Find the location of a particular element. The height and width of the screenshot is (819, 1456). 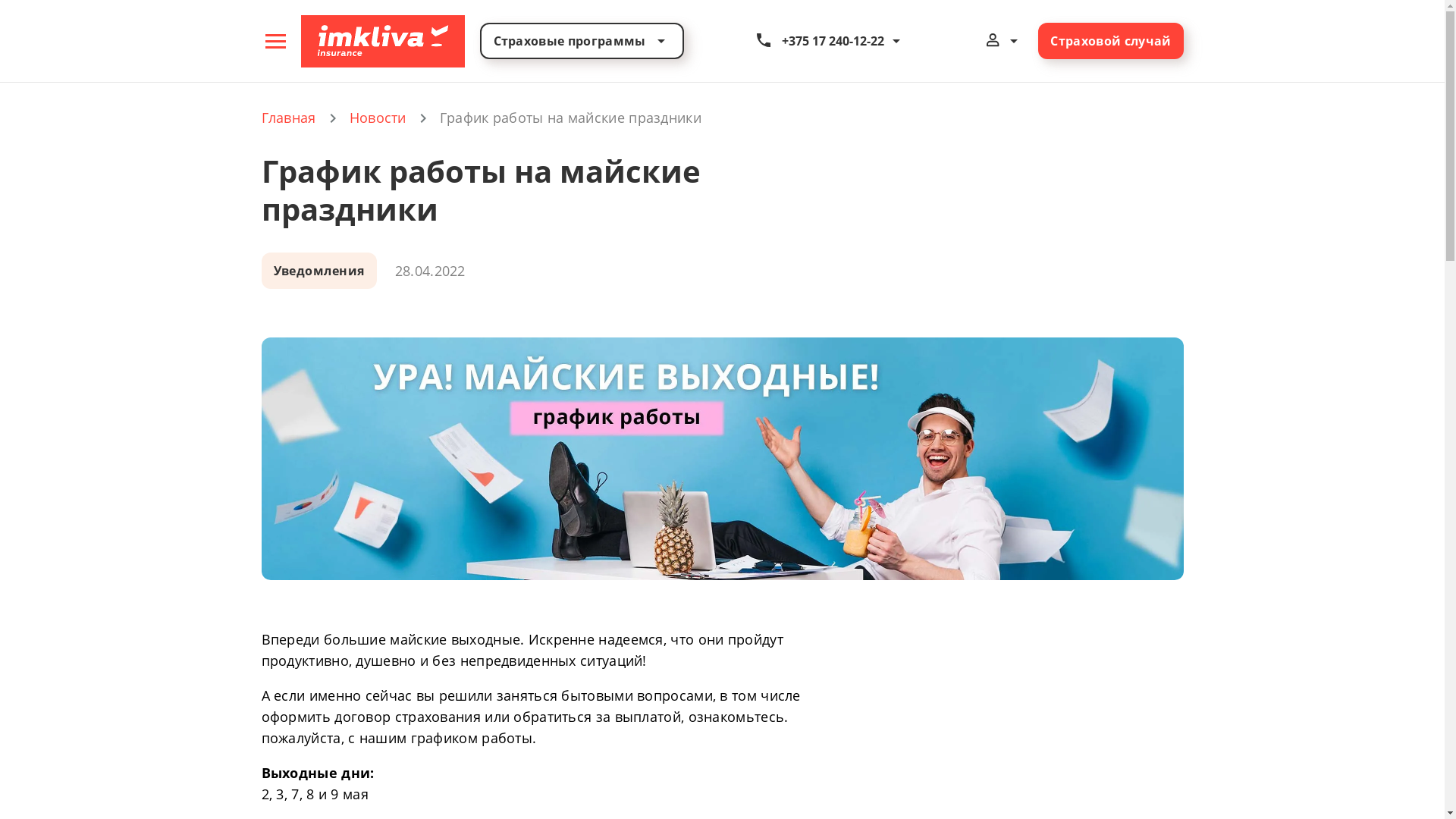

'+375 17 240-12-22' is located at coordinates (829, 40).